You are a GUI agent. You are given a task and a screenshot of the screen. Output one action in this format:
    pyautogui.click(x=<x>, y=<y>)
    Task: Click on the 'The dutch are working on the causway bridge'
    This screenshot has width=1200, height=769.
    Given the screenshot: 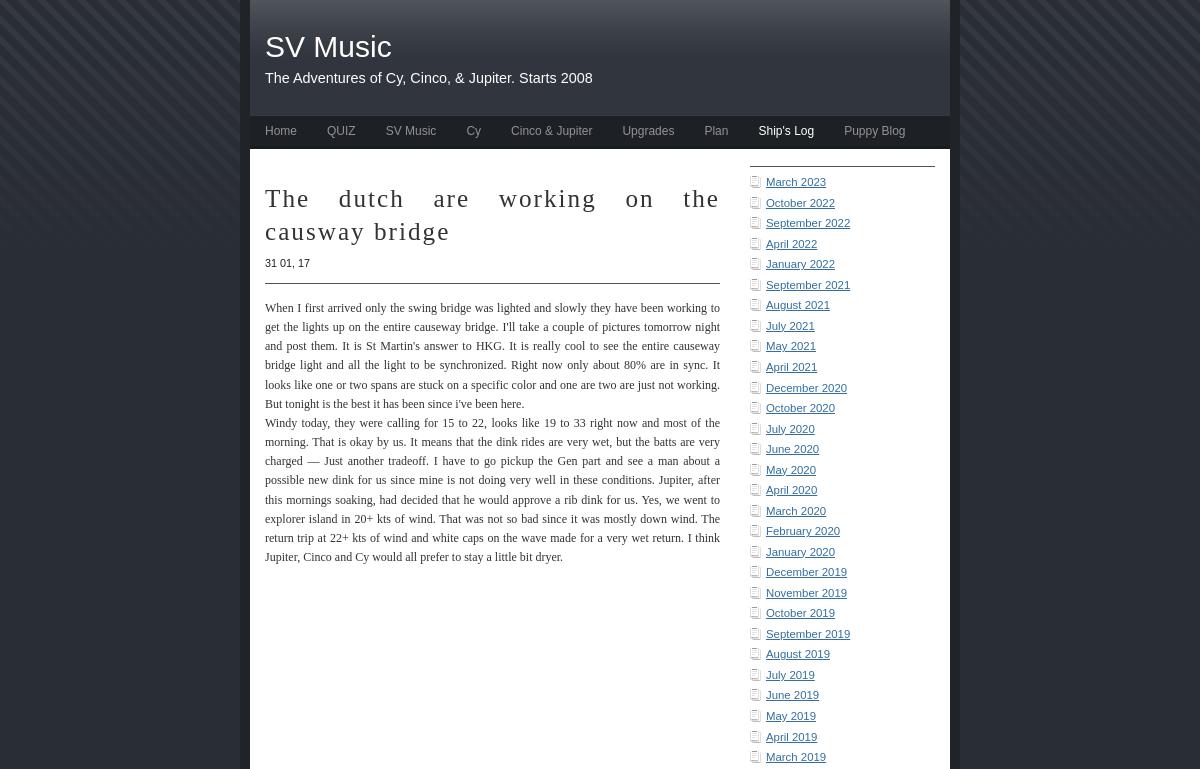 What is the action you would take?
    pyautogui.click(x=491, y=214)
    